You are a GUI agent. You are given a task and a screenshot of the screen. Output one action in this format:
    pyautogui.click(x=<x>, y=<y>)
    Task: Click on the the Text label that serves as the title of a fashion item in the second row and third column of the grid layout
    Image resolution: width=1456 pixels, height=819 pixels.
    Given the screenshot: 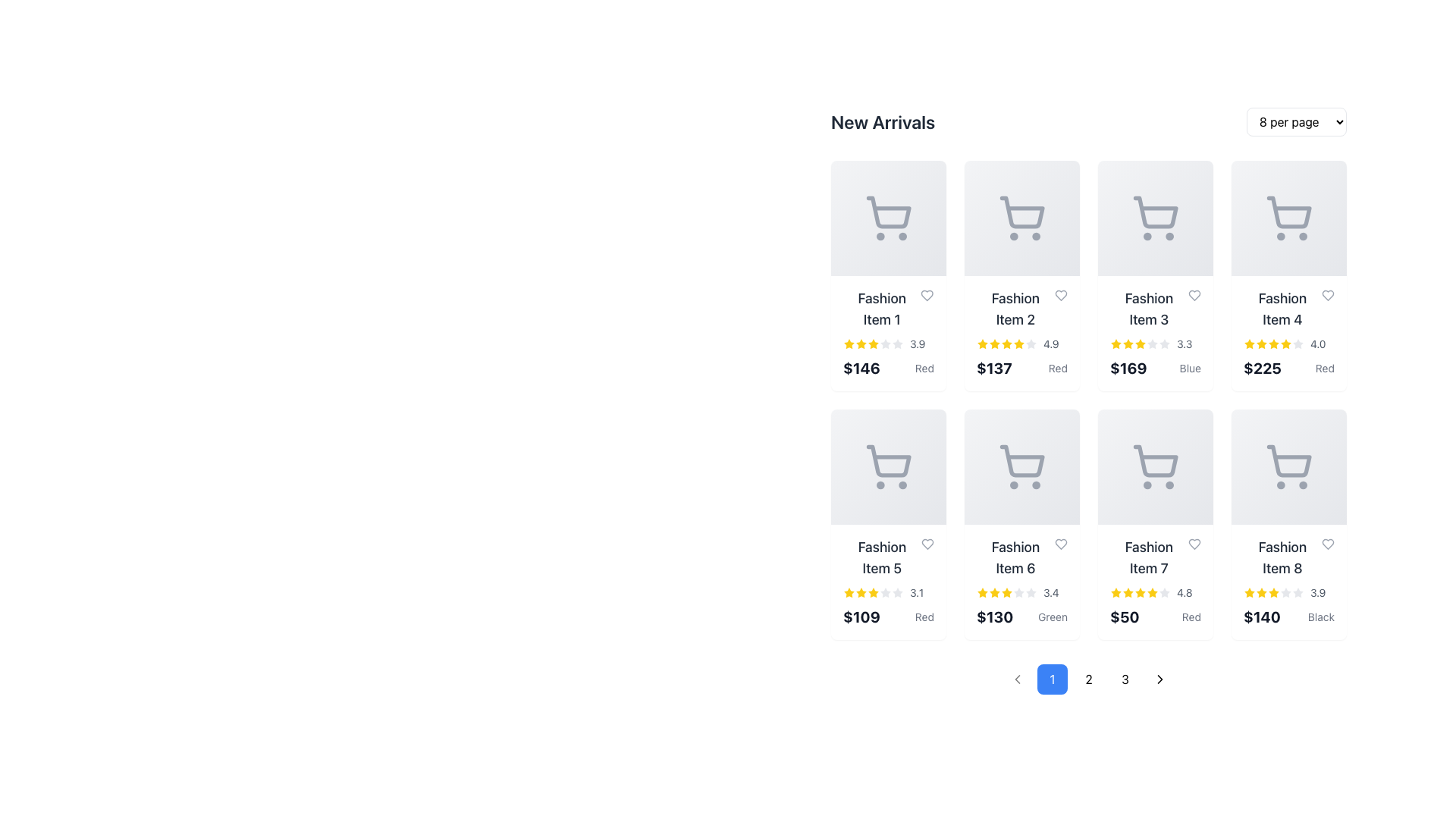 What is the action you would take?
    pyautogui.click(x=1154, y=309)
    